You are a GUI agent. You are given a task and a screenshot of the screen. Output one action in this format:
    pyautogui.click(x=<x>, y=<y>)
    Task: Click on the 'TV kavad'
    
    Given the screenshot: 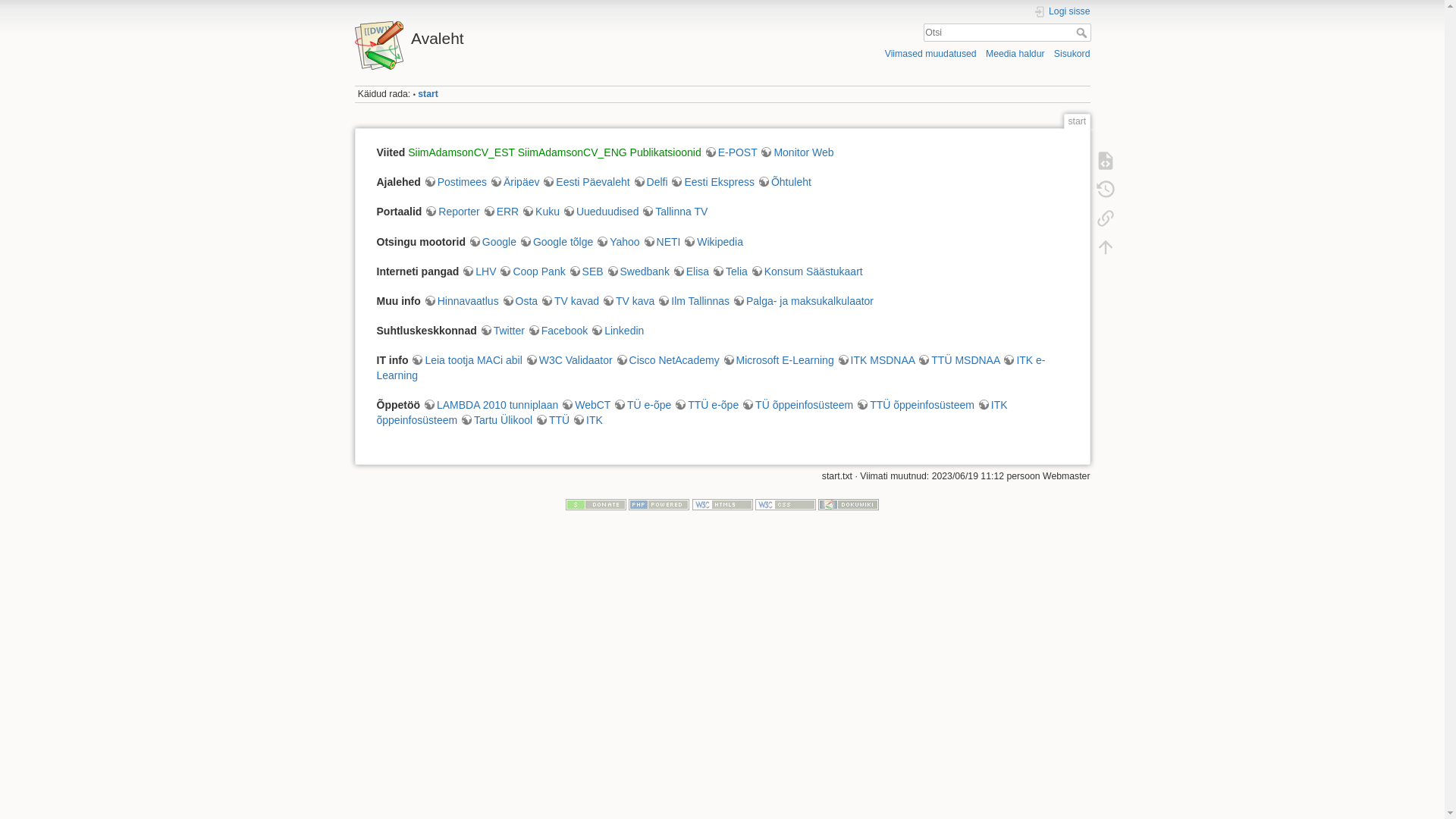 What is the action you would take?
    pyautogui.click(x=569, y=301)
    